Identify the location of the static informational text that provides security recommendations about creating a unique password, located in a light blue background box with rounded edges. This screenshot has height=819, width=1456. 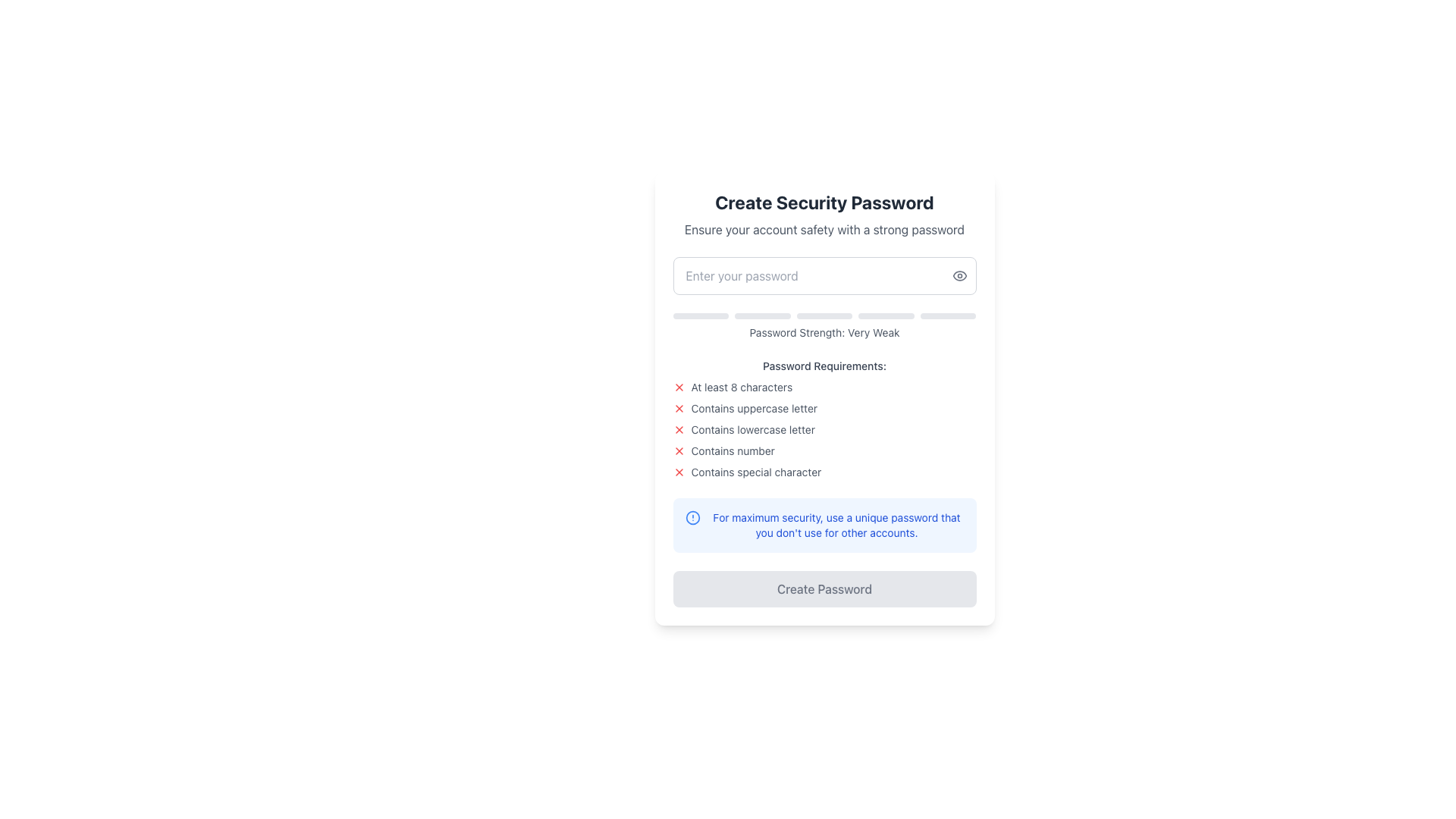
(836, 525).